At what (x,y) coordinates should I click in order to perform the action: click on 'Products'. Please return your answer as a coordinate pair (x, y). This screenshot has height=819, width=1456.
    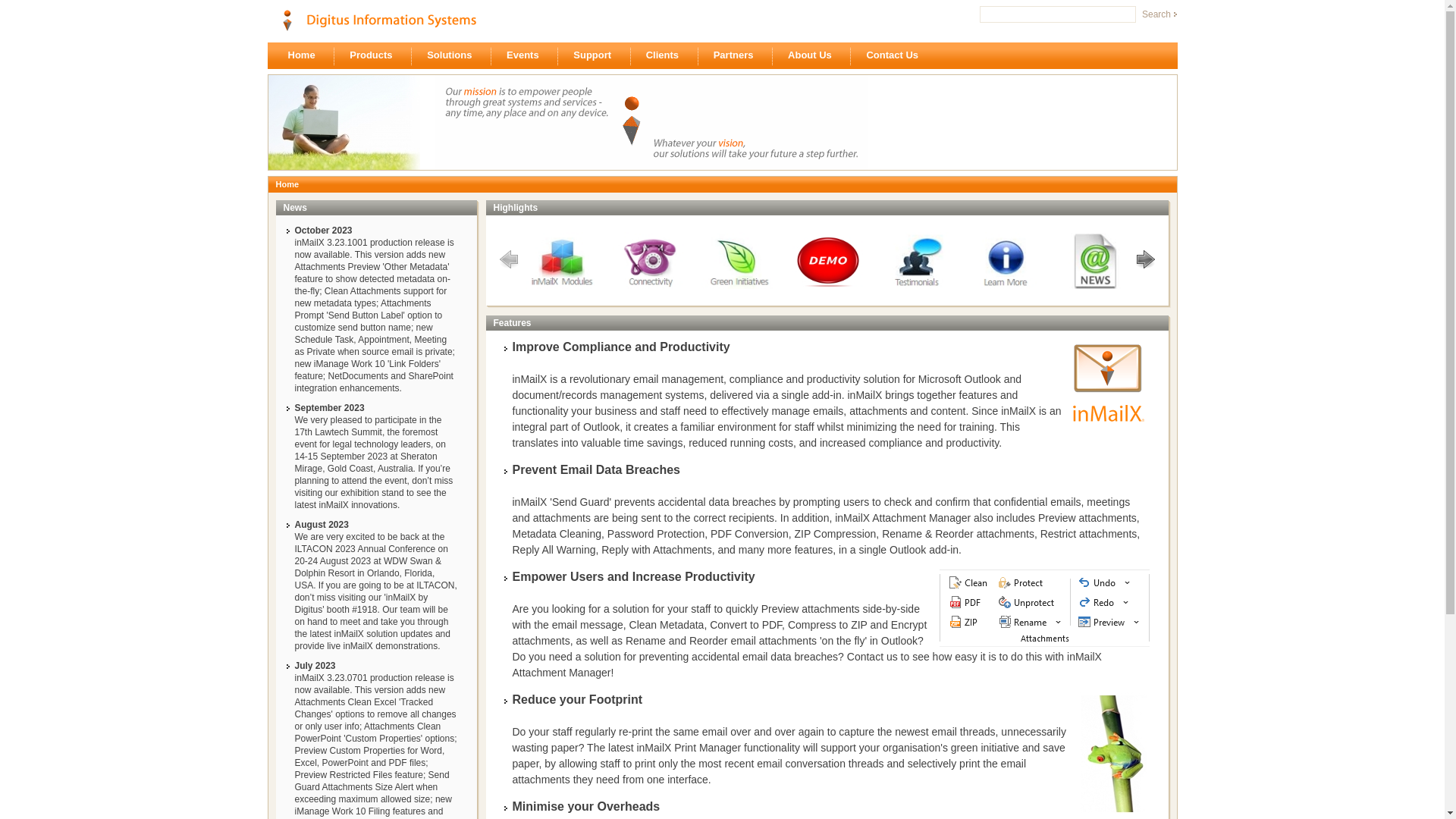
    Looking at the image, I should click on (375, 55).